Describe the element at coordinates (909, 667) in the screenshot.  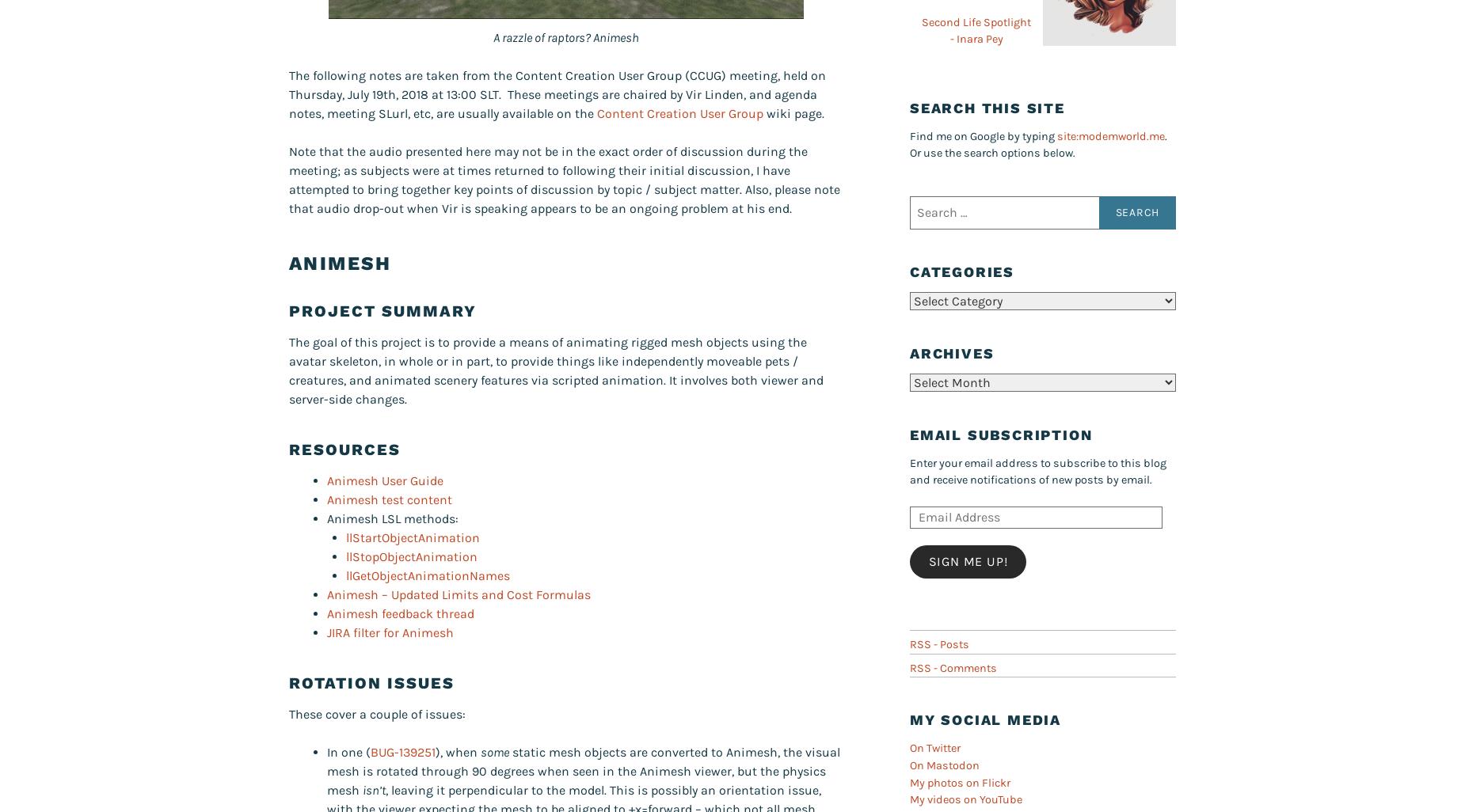
I see `'RSS - Comments'` at that location.